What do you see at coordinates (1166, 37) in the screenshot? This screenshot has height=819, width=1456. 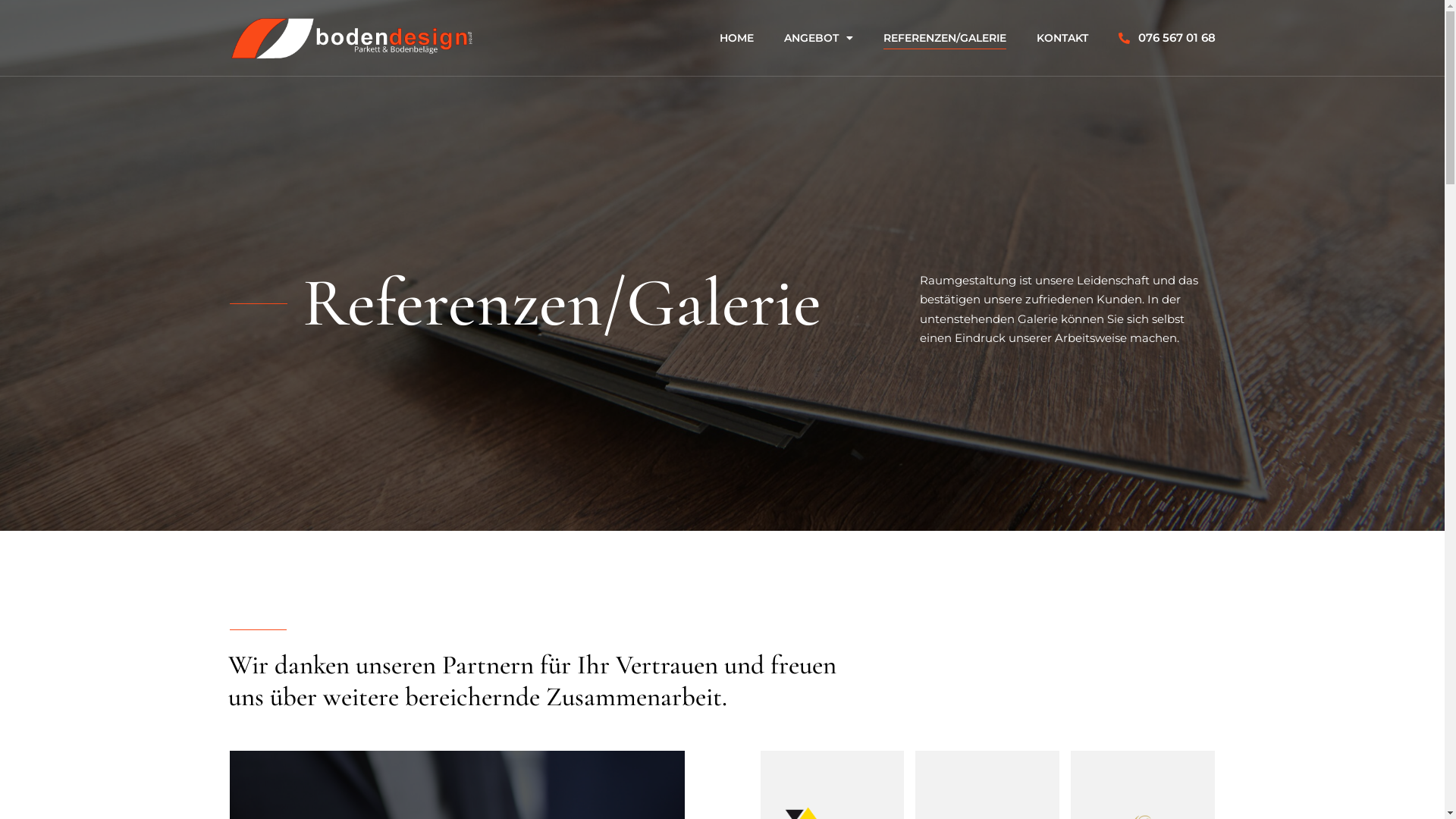 I see `'076 567 01 68'` at bounding box center [1166, 37].